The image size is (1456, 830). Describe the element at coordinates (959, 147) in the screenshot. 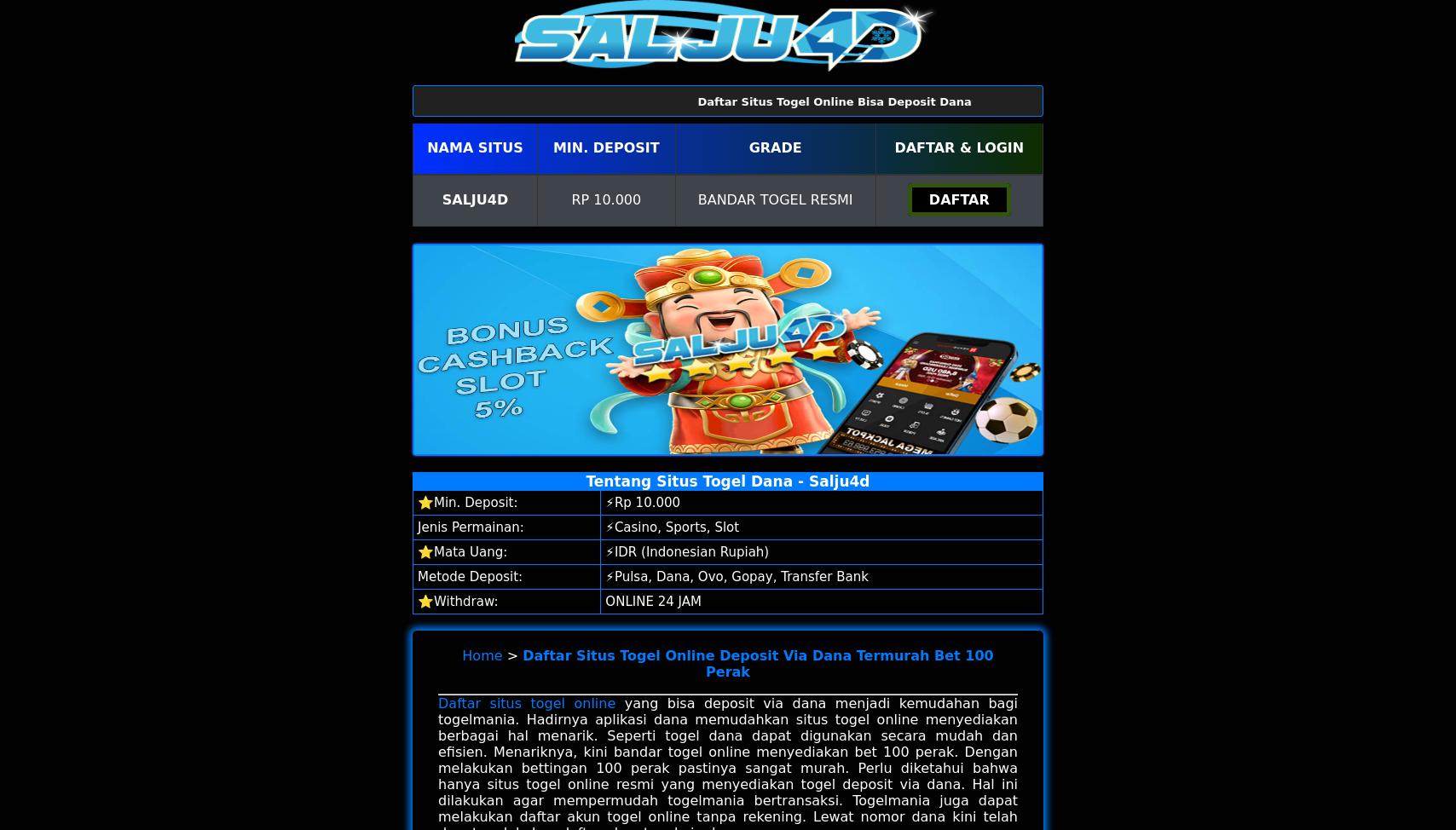

I see `'Daftar & Login'` at that location.